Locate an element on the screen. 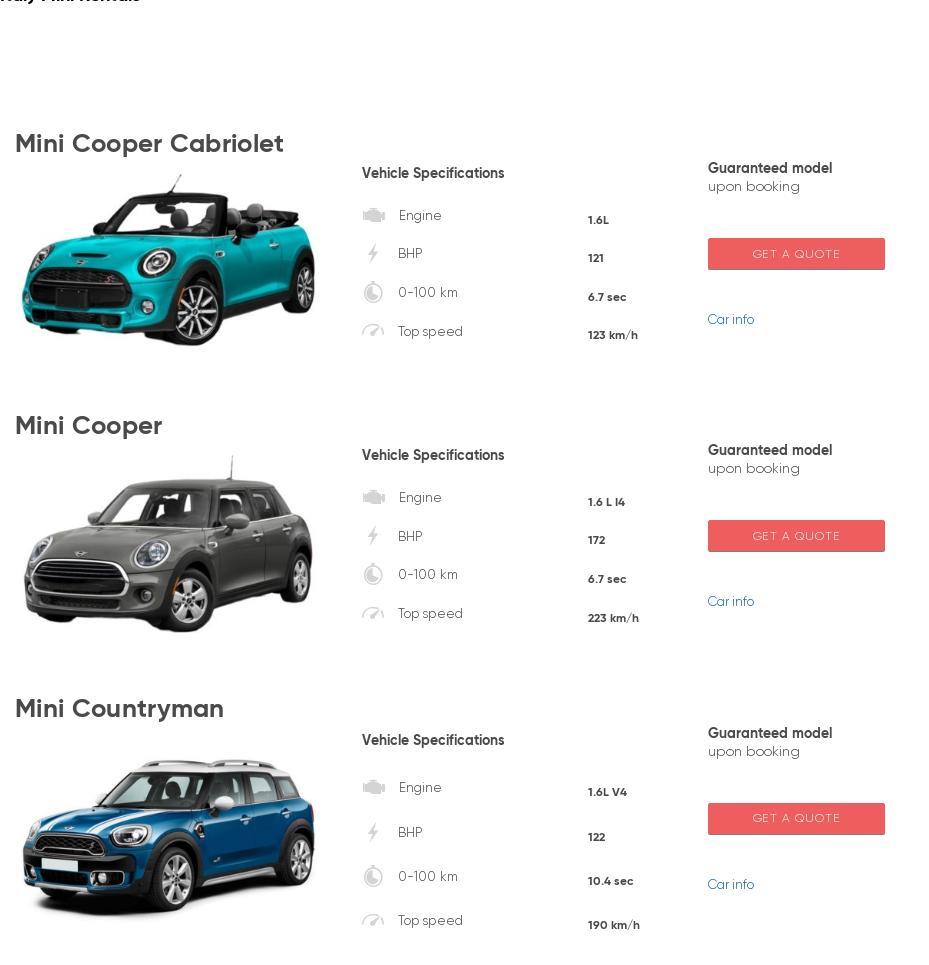  'of' is located at coordinates (433, 799).